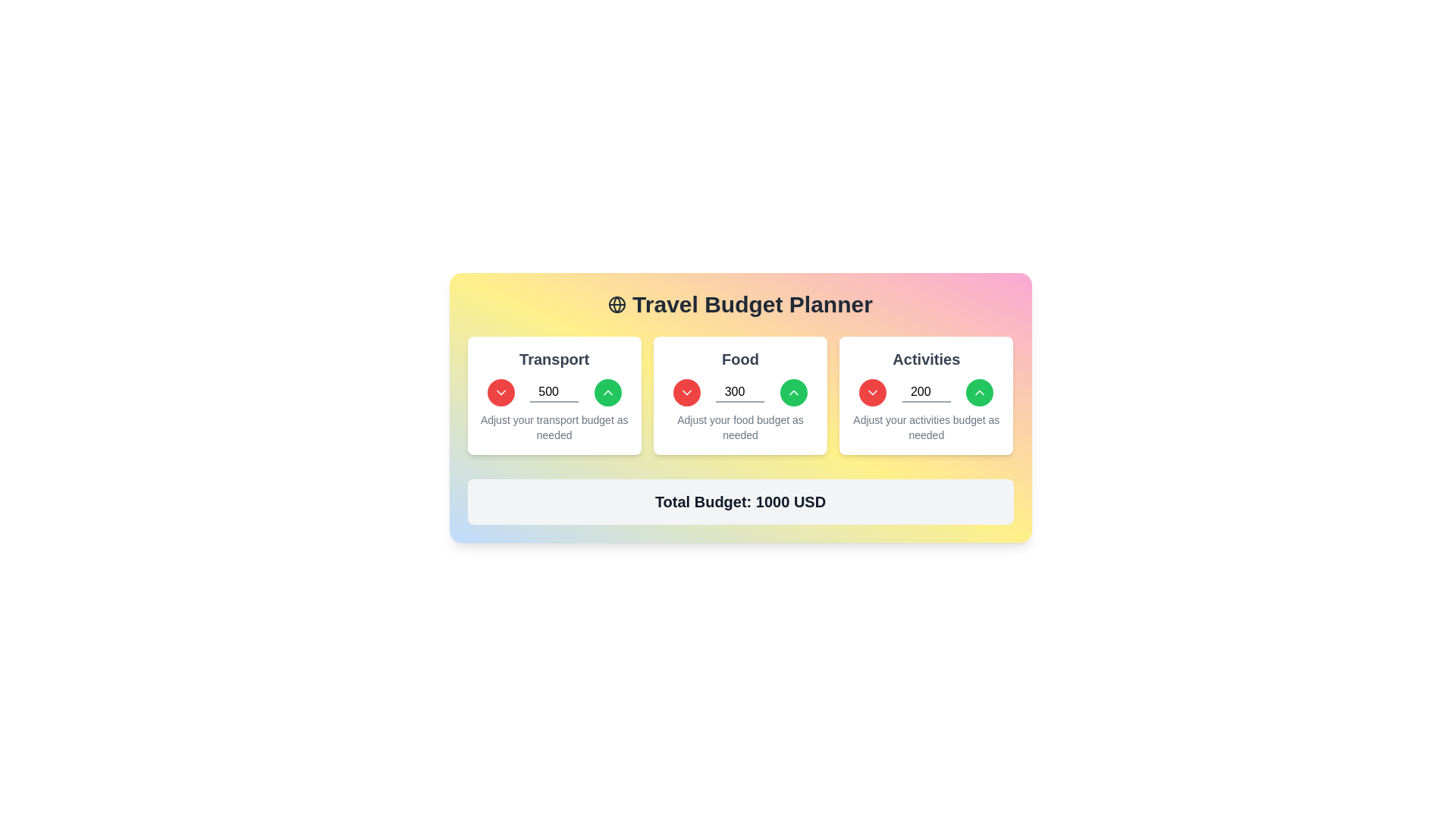 Image resolution: width=1456 pixels, height=819 pixels. What do you see at coordinates (740, 359) in the screenshot?
I see `the 'Food' text label in the budget planner interface that identifies the section related to food, which is located in the second card of the horizontal row` at bounding box center [740, 359].